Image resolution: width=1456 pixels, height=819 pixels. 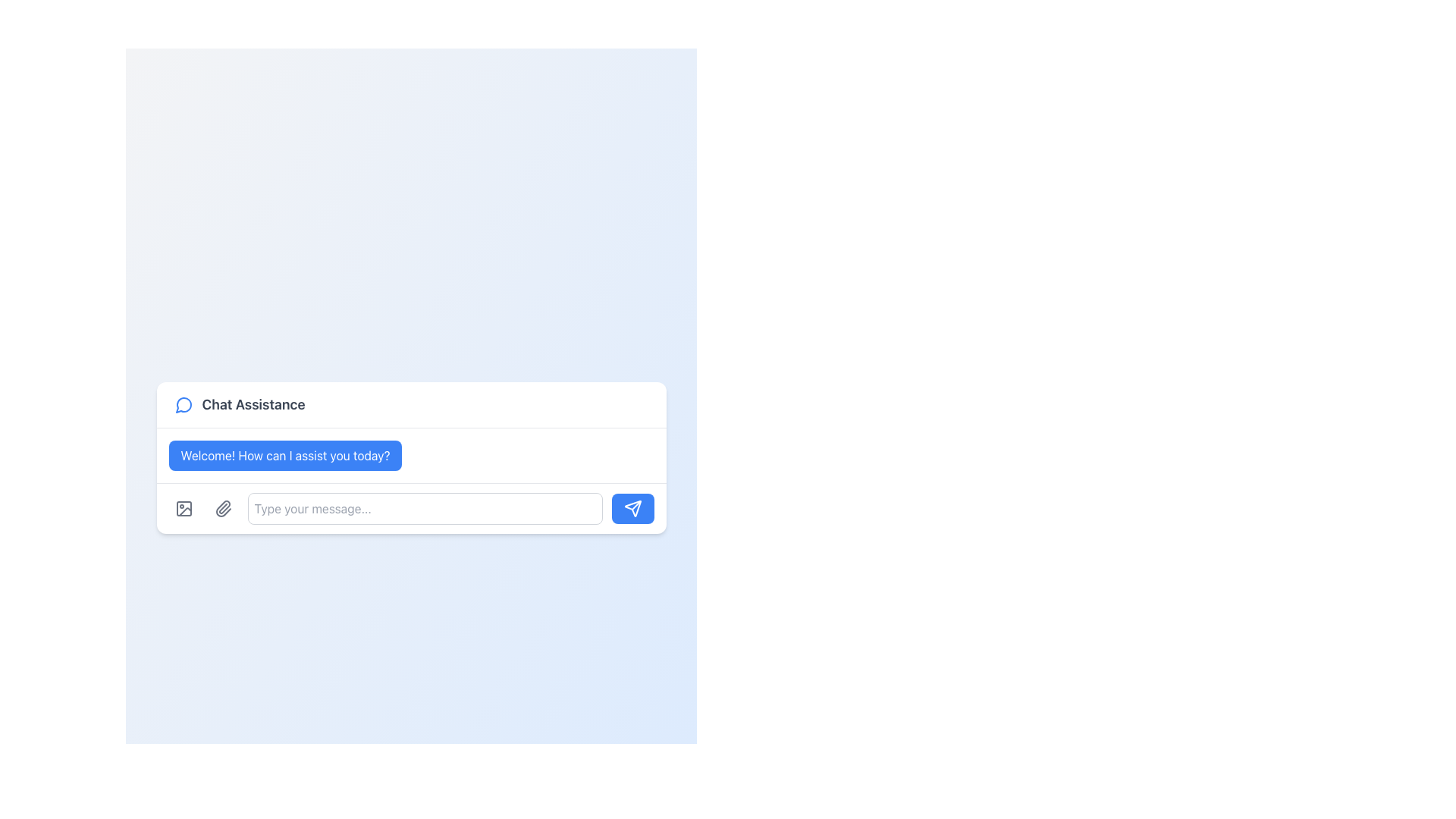 I want to click on the Interactive Button with Icon that allows users to attach files or documents, indicated by the paperclip icon, so click(x=222, y=509).